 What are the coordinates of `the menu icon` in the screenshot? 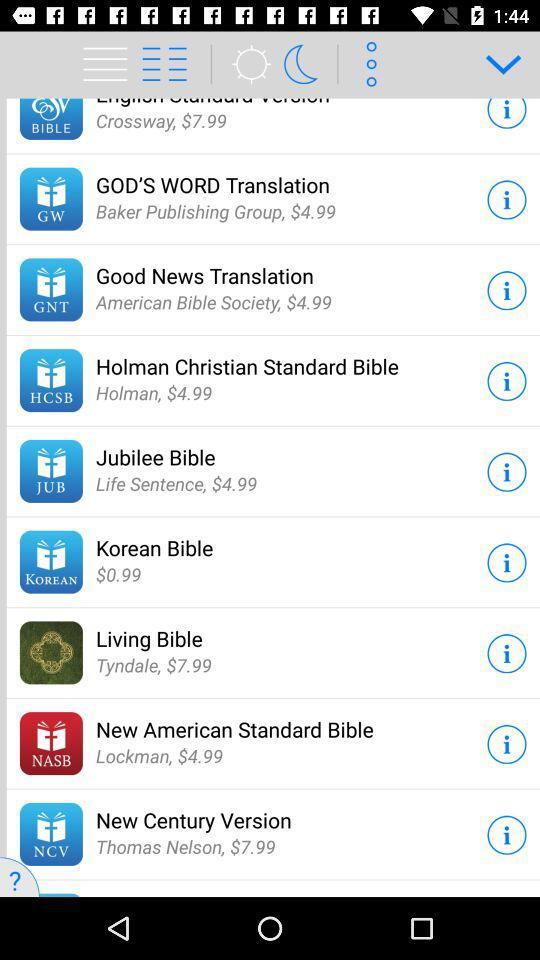 It's located at (108, 64).